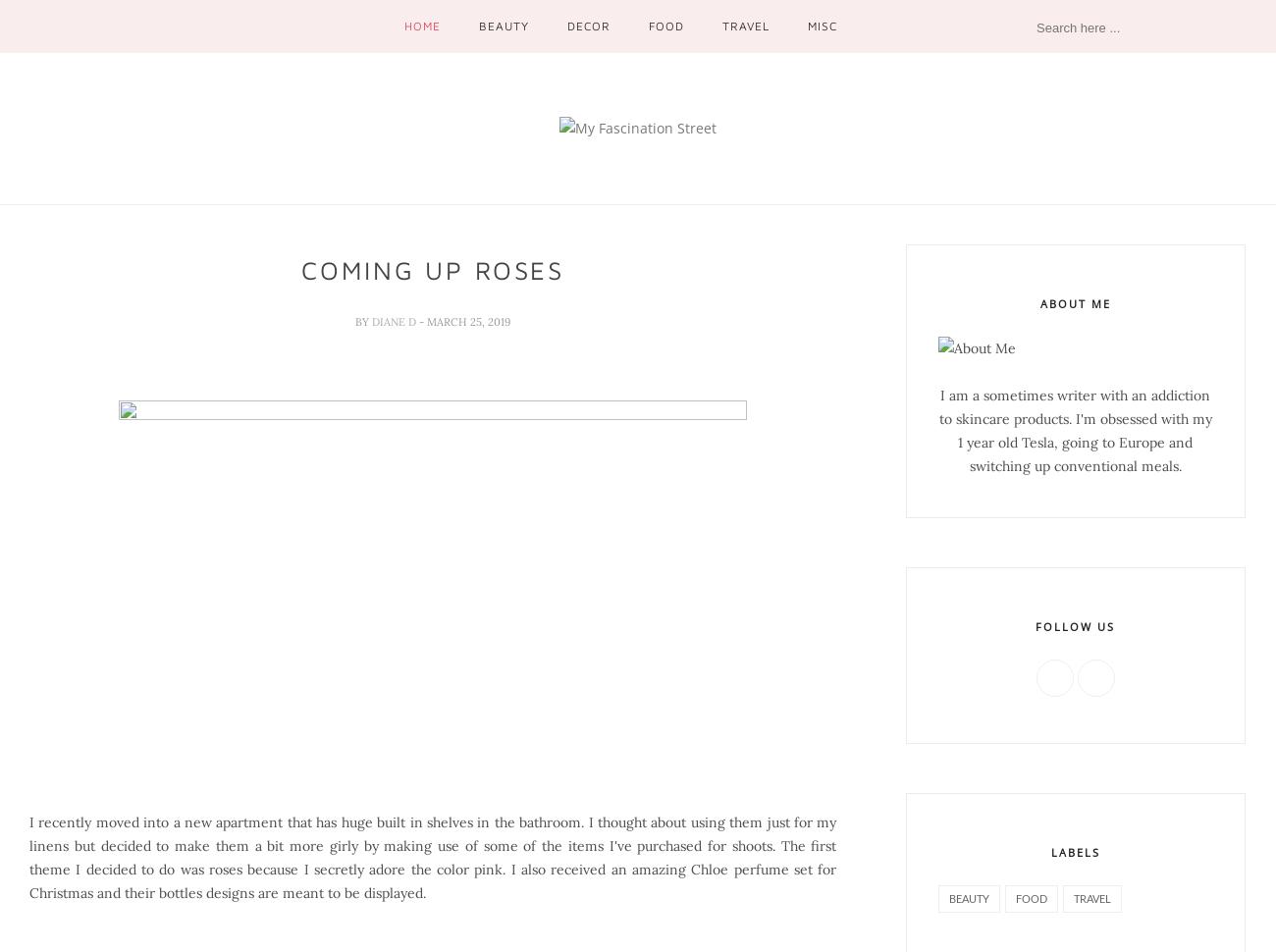  What do you see at coordinates (1050, 851) in the screenshot?
I see `'Labels'` at bounding box center [1050, 851].